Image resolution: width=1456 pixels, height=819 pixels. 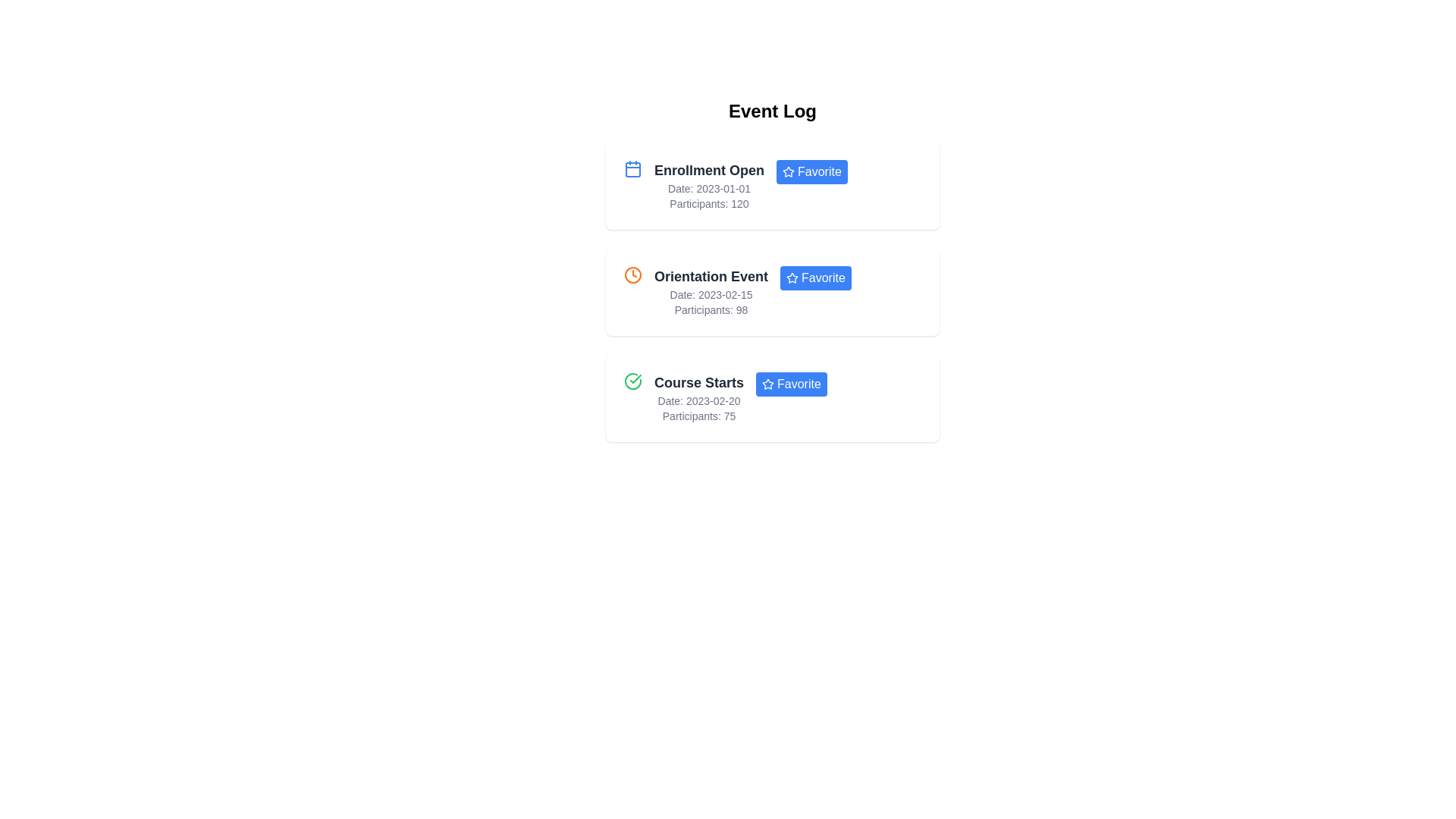 I want to click on the checkmark icon indicating the success status for the 'Course Starts' event if it is interactive, so click(x=635, y=378).